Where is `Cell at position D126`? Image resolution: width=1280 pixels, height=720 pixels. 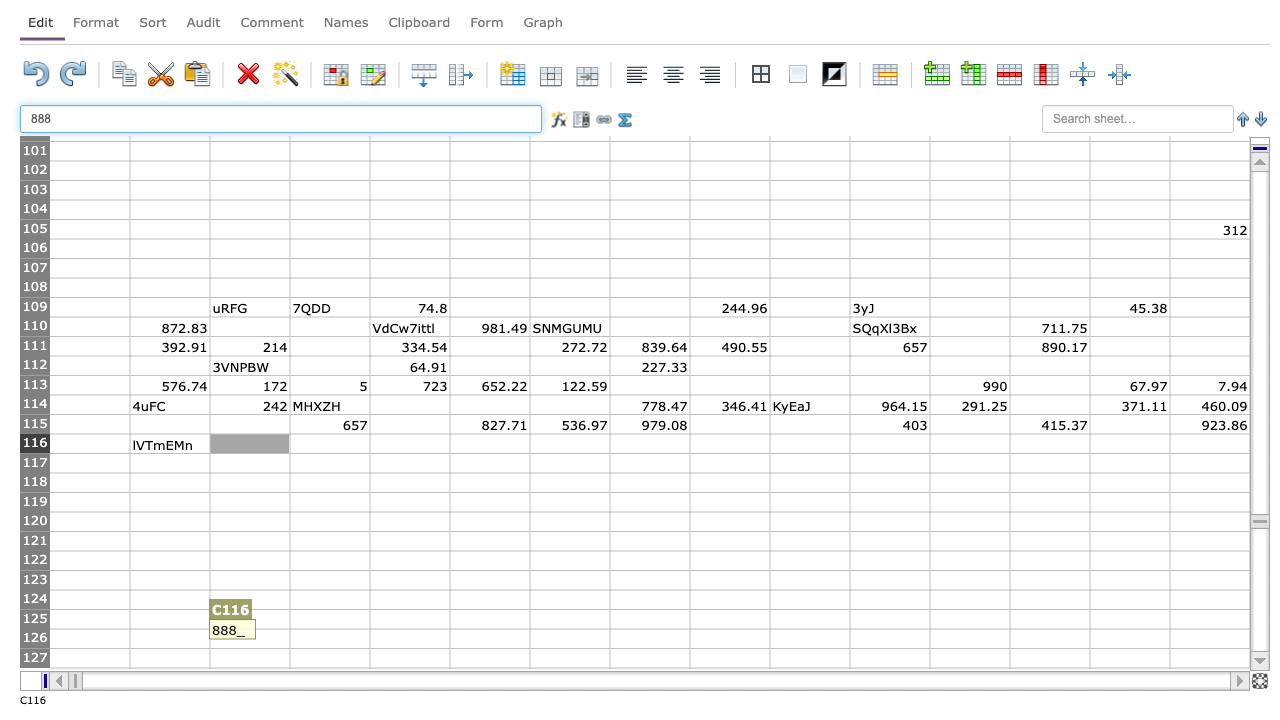 Cell at position D126 is located at coordinates (329, 638).